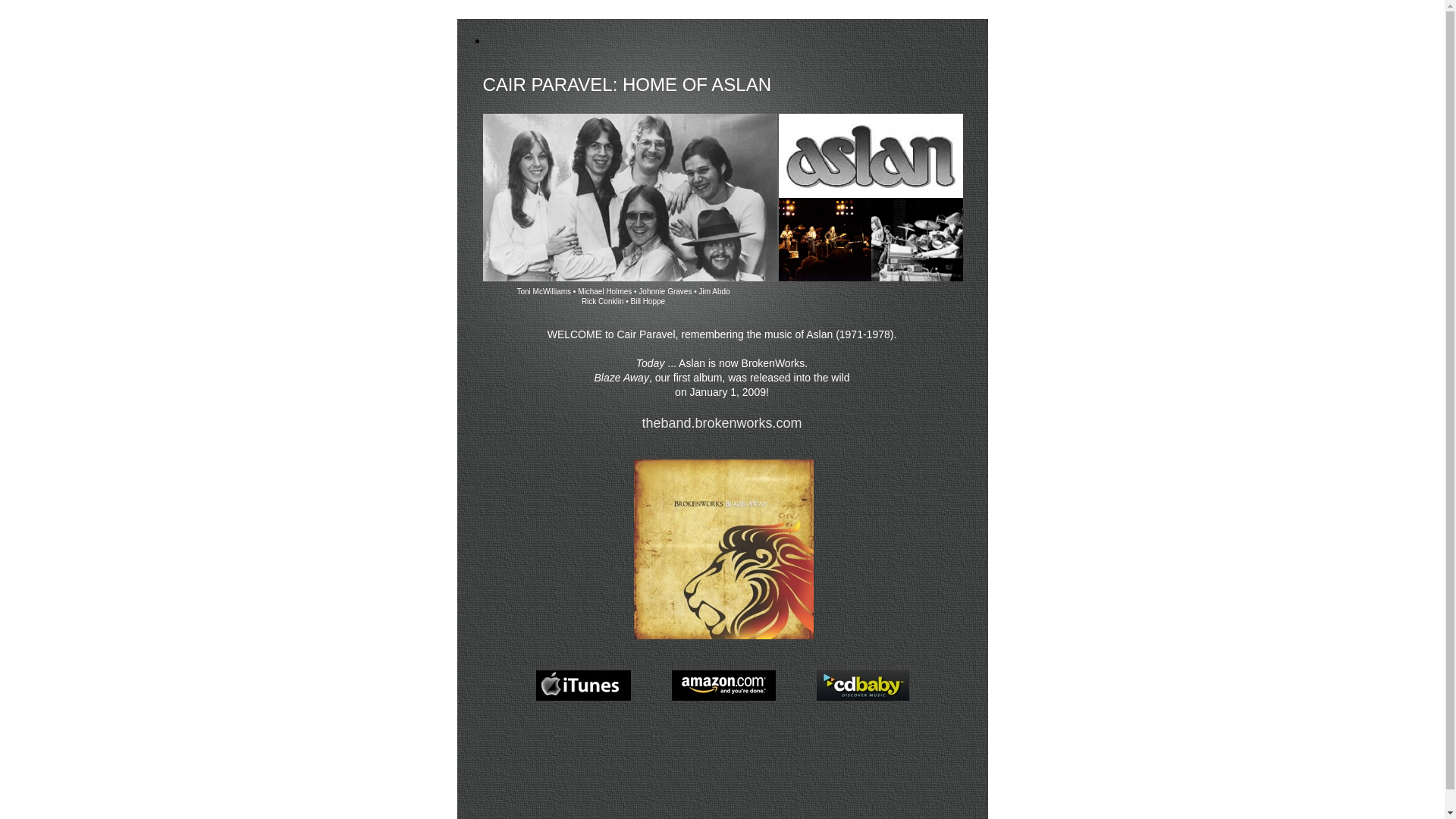 The height and width of the screenshot is (819, 1456). I want to click on 'http://theband.brokenworks.com', so click(723, 639).